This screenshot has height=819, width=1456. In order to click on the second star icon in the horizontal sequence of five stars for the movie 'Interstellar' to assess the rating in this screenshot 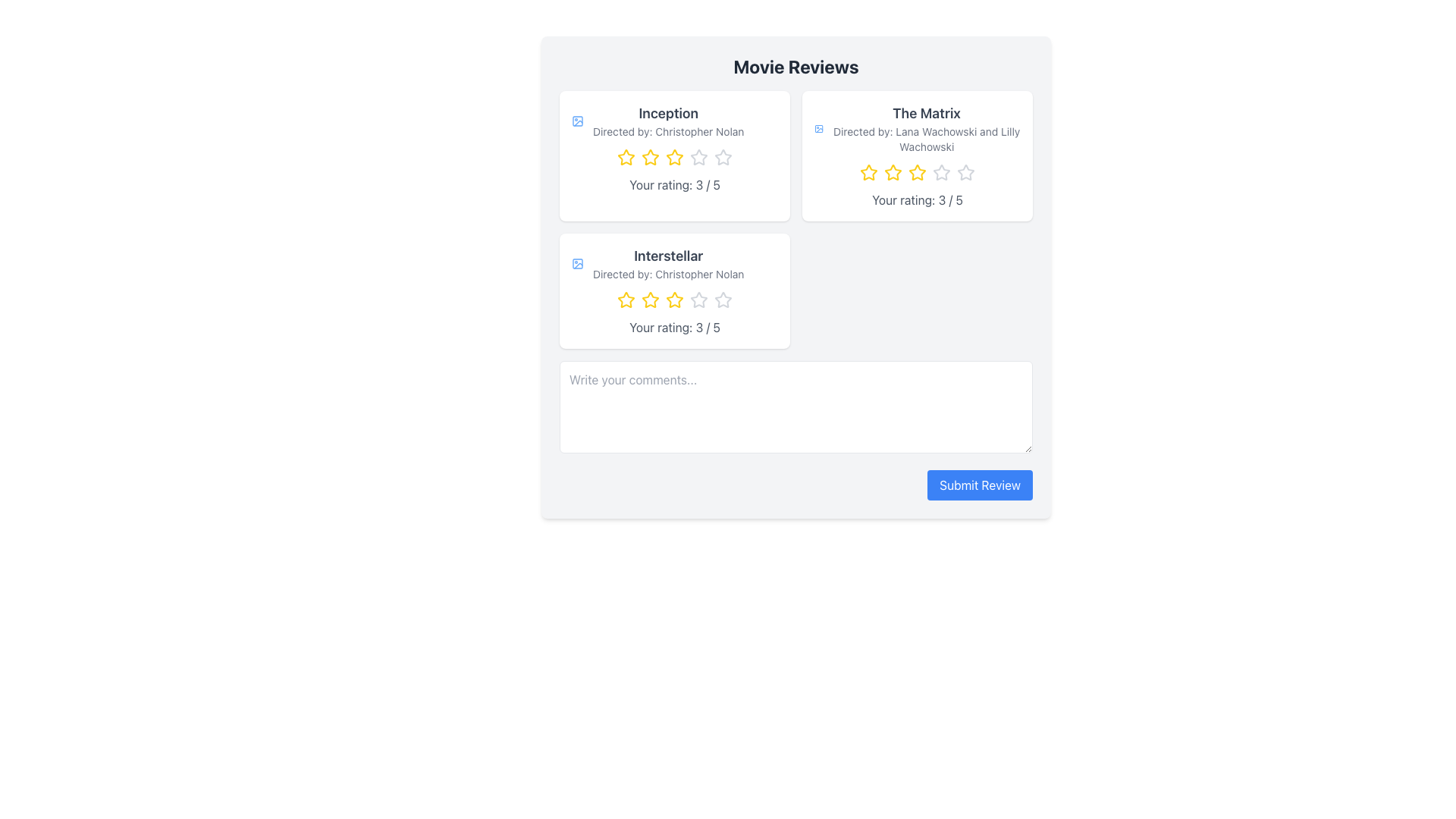, I will do `click(651, 300)`.